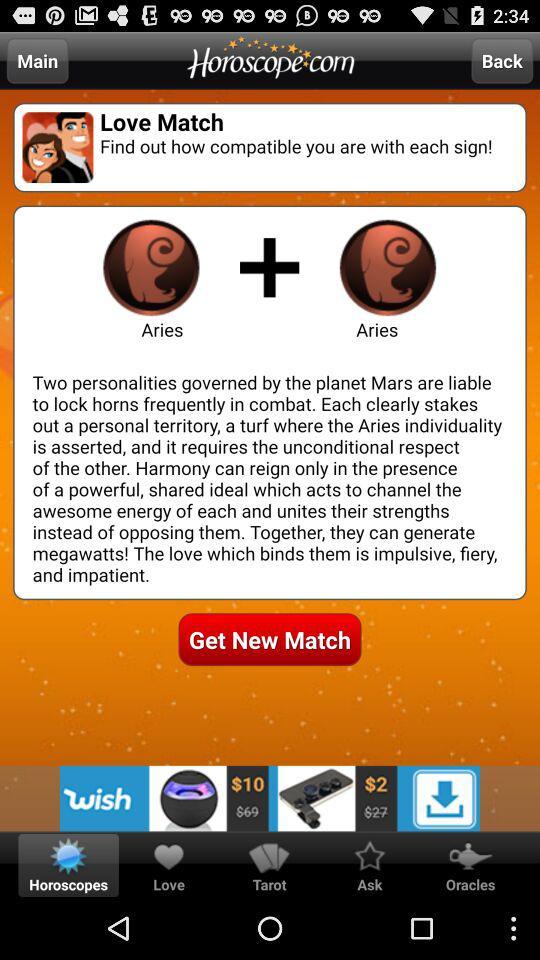 This screenshot has width=540, height=960. What do you see at coordinates (150, 266) in the screenshot?
I see `aries button` at bounding box center [150, 266].